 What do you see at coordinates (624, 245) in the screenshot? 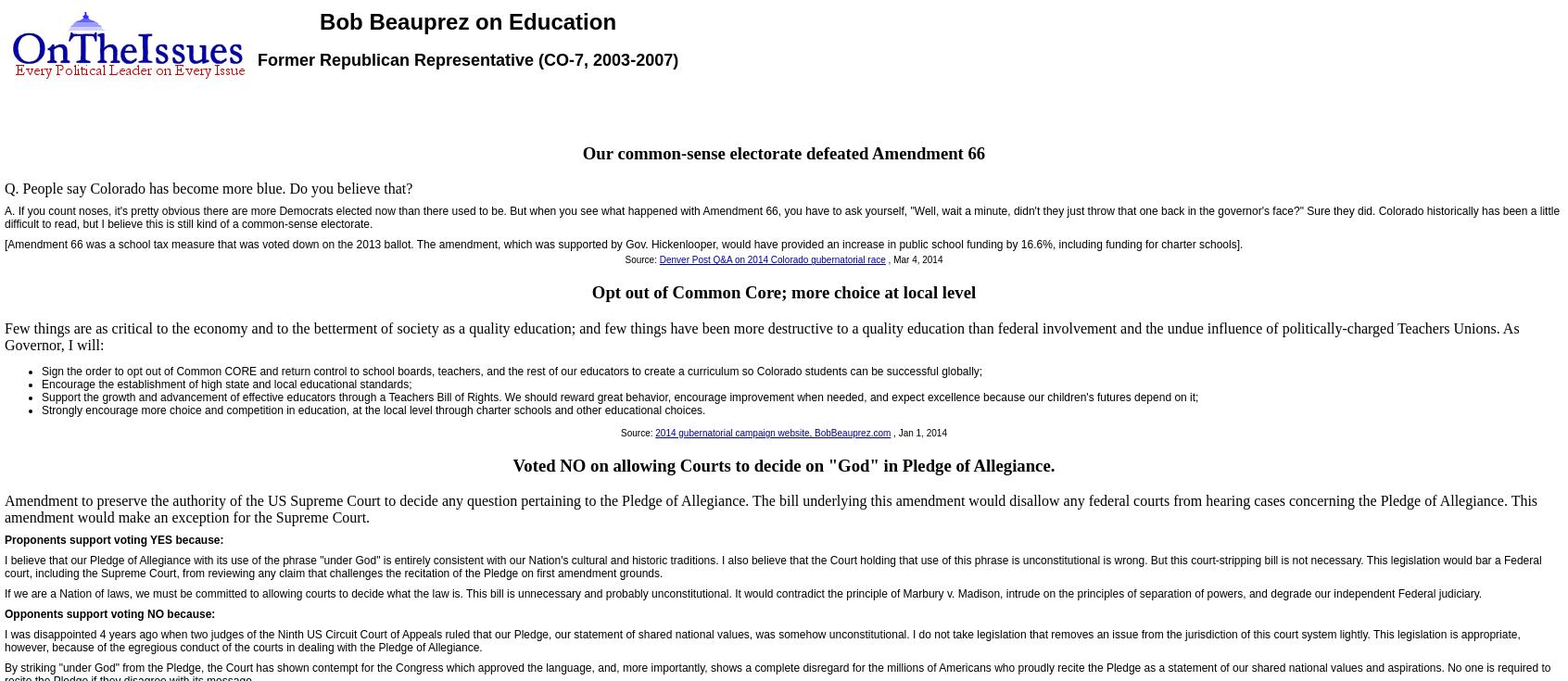
I see `'[Amendment 66 was a school tax measure that was voted down on the 2013 ballot. The amendment, which was supported by
Gov. Hickenlooper, would have provided an increase in public school funding by 16.6%, including funding for charter schools].'` at bounding box center [624, 245].